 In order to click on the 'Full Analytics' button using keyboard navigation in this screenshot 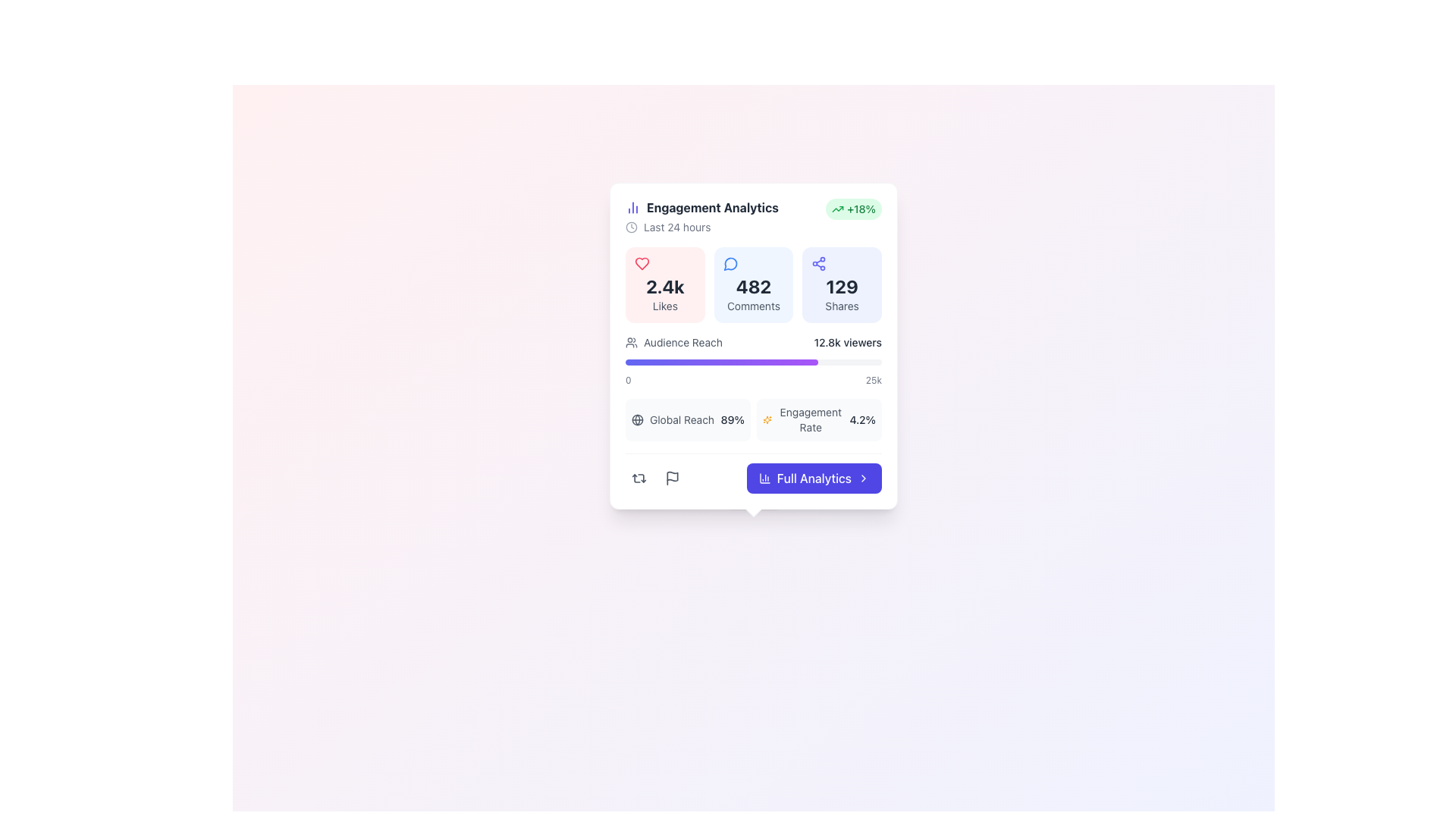, I will do `click(753, 472)`.